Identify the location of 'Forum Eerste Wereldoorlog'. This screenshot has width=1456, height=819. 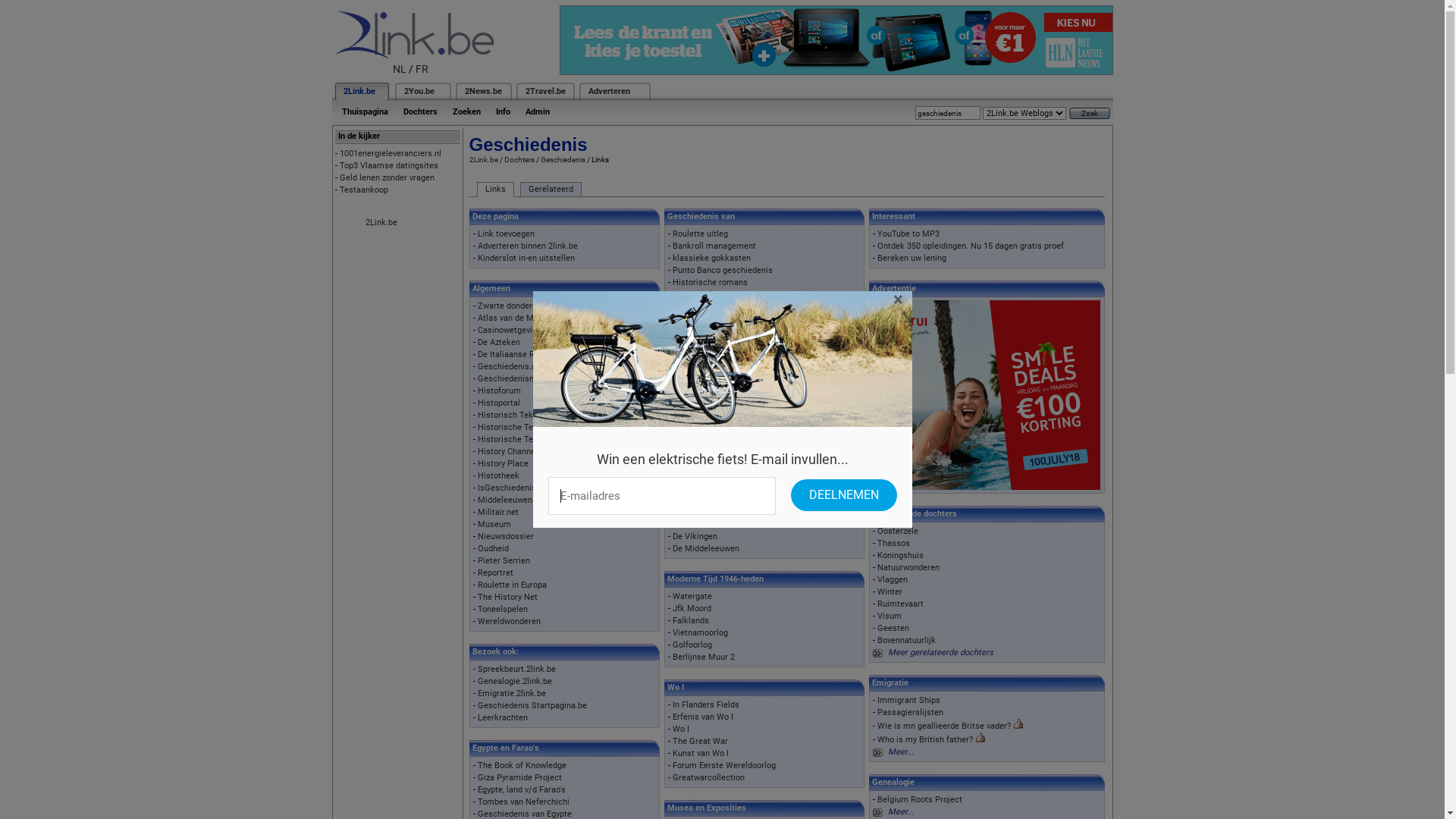
(723, 765).